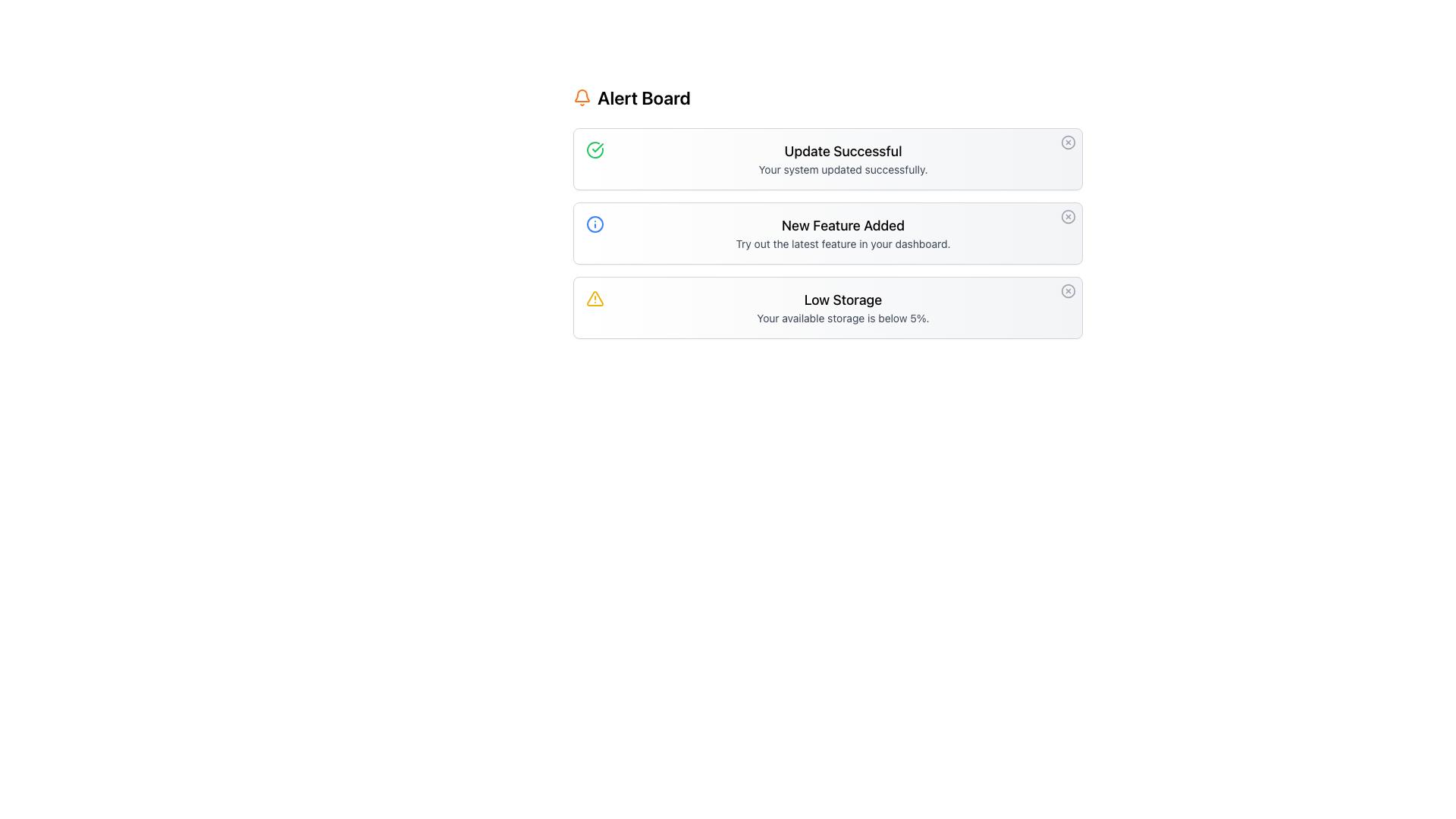  I want to click on the Text Label that serves as a title or heading for alerts or notifications, located to the right of the orange bell icon, so click(644, 97).